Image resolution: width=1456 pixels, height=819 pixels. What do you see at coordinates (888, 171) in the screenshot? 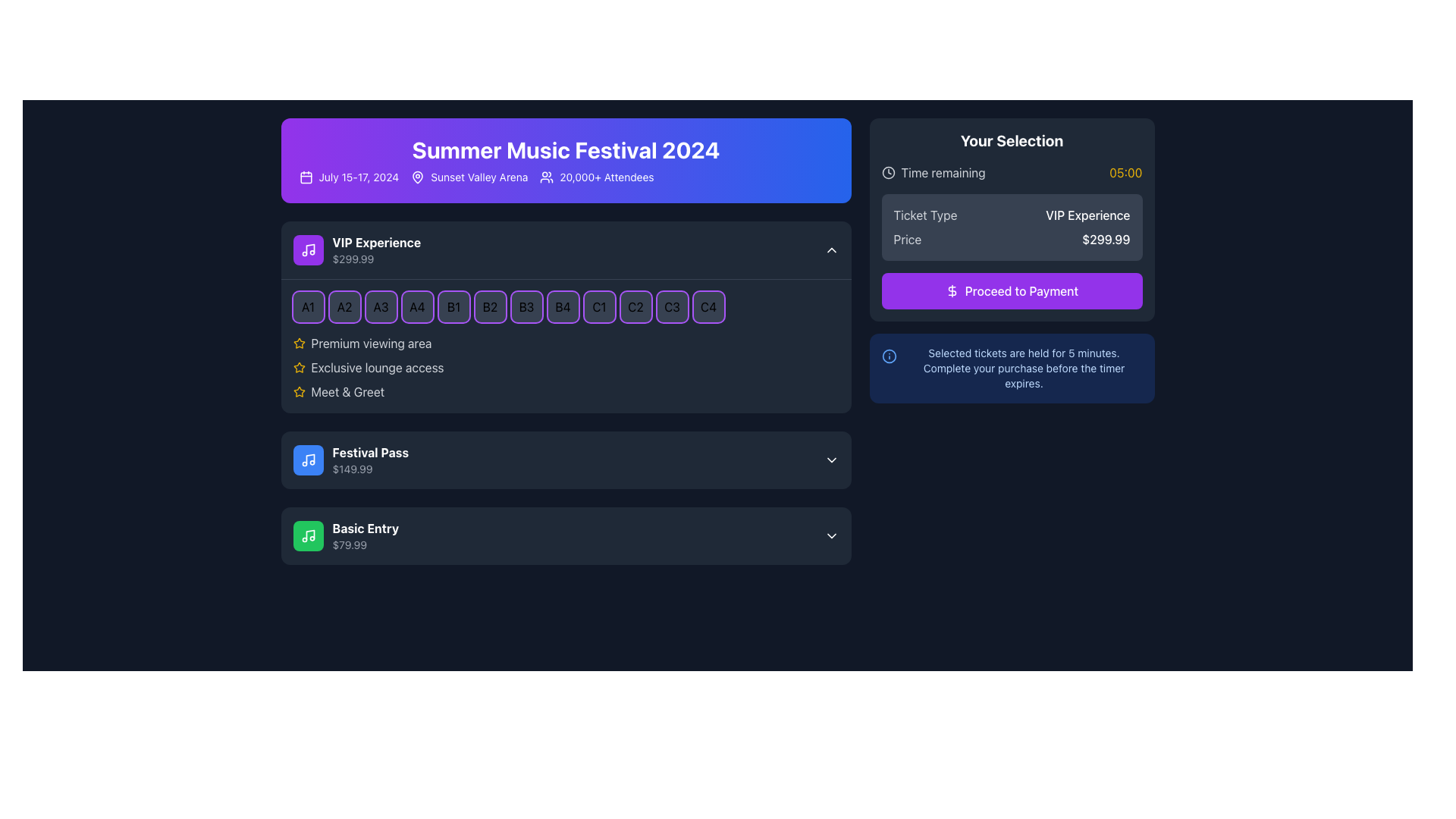
I see `the clock icon located to the left of the 'Time remaining' text in the 'Your Selection' section of the right panel` at bounding box center [888, 171].